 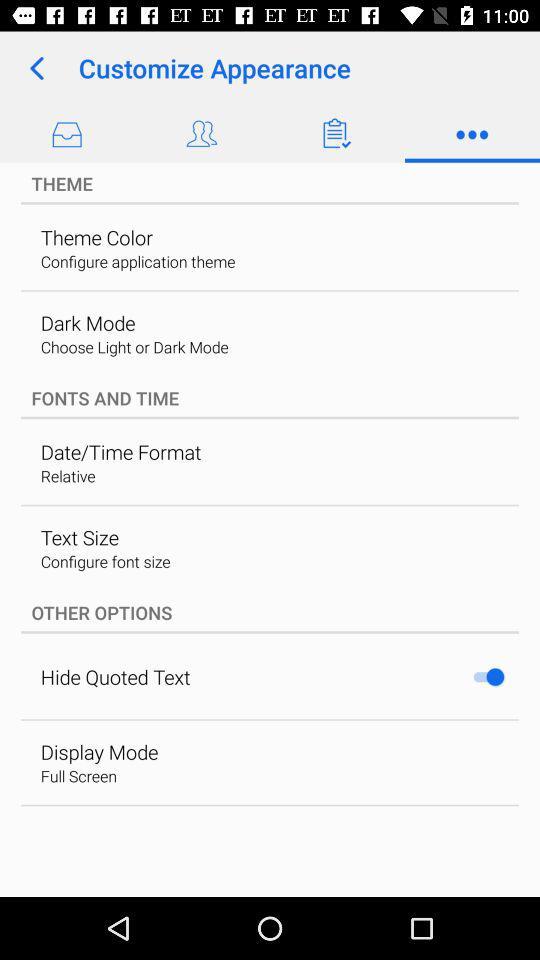 What do you see at coordinates (270, 611) in the screenshot?
I see `item below configure font size` at bounding box center [270, 611].